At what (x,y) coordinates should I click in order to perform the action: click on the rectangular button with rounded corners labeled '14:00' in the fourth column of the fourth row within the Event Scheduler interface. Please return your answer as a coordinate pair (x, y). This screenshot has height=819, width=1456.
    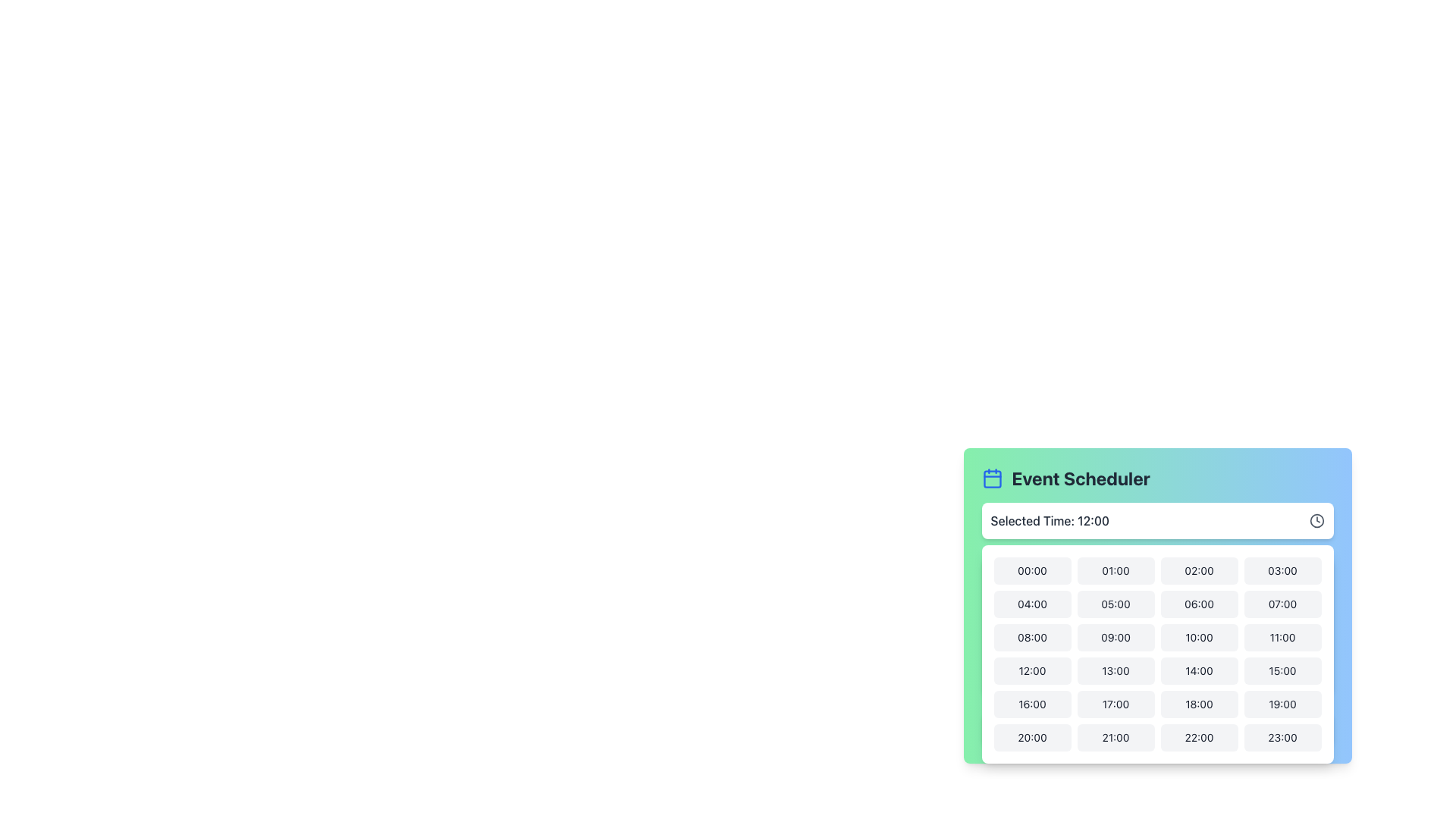
    Looking at the image, I should click on (1198, 670).